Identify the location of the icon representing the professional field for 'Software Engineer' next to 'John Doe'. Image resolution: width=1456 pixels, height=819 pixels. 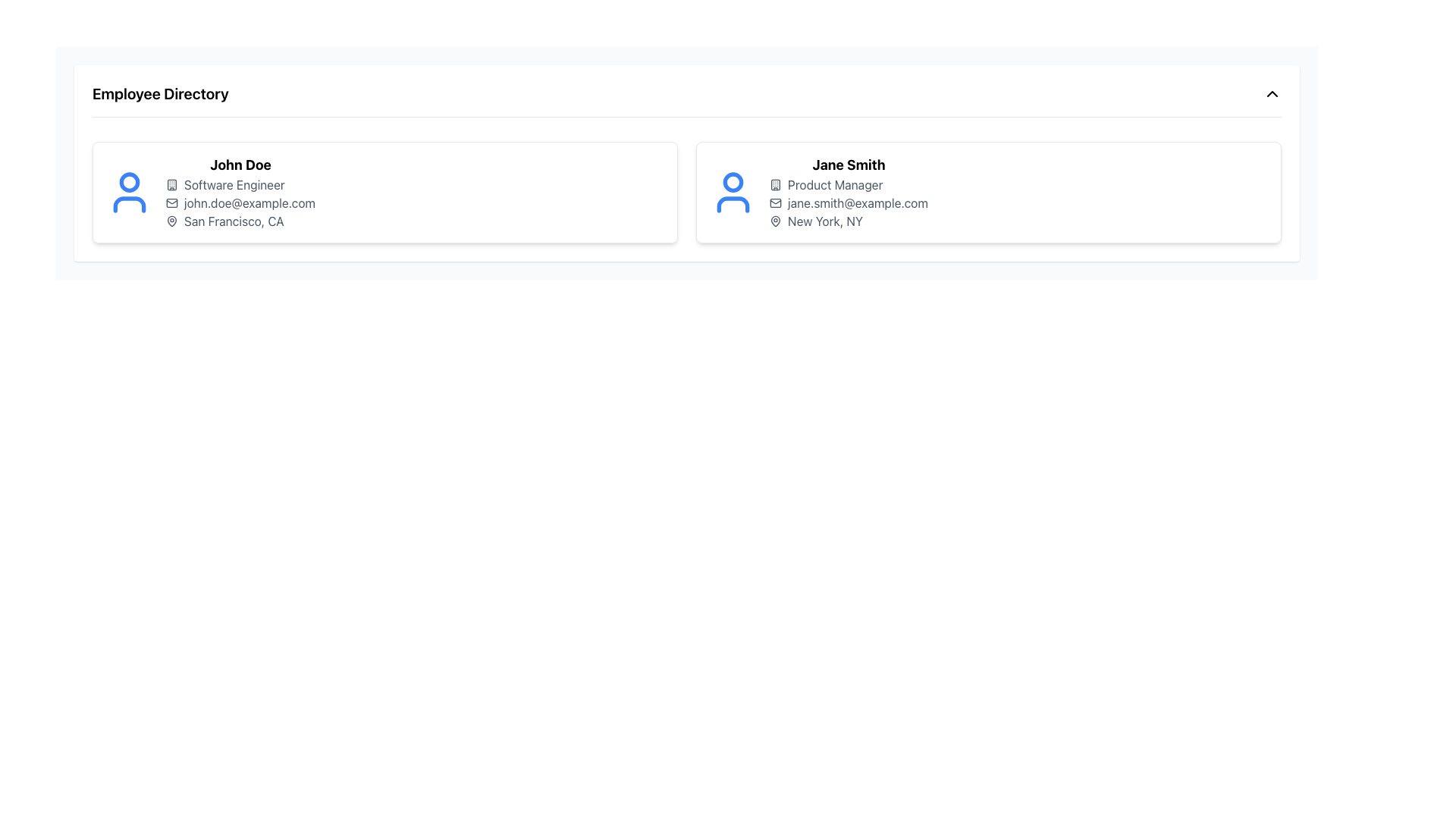
(171, 184).